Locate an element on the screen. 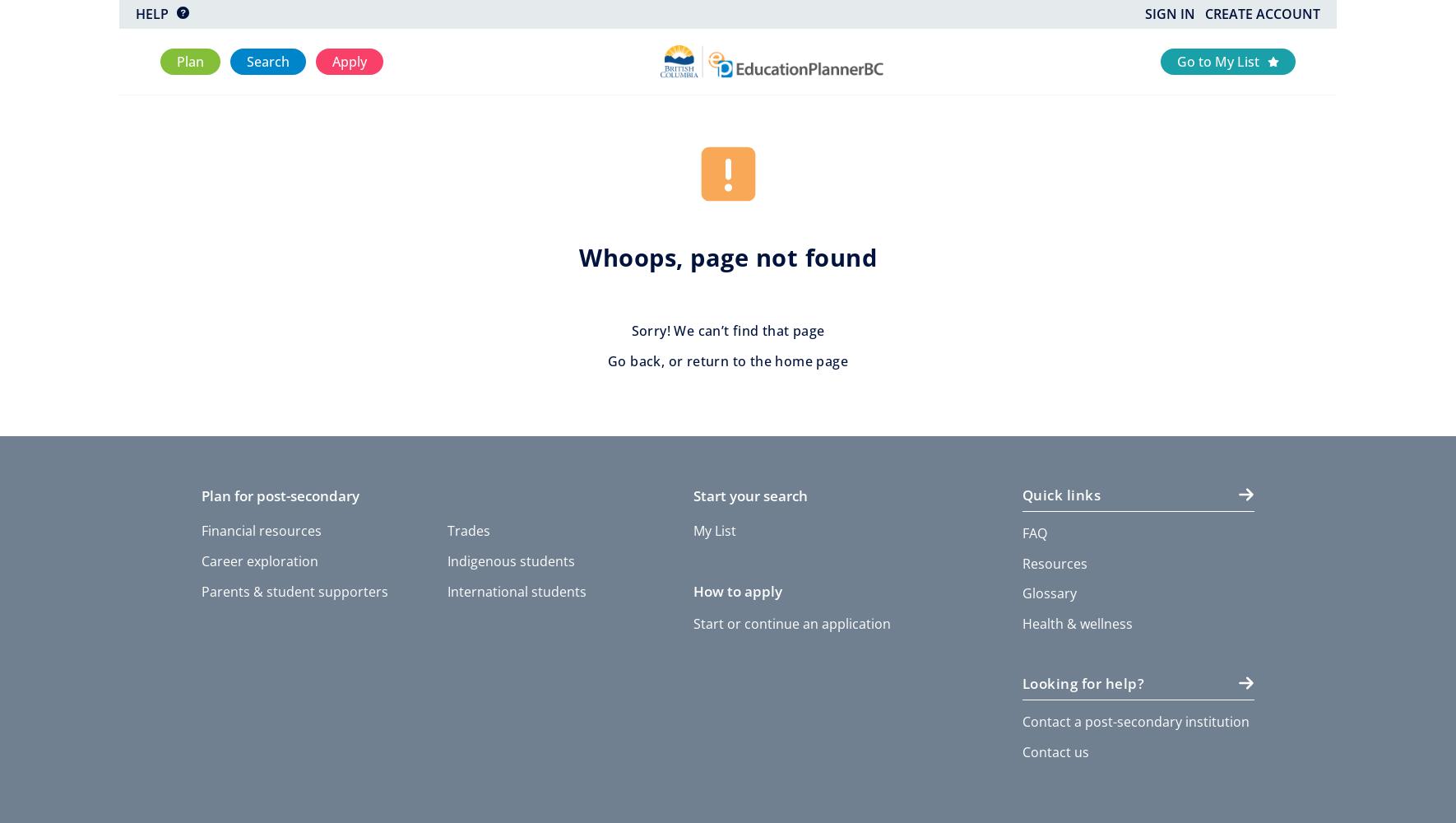 This screenshot has width=1456, height=823. 'Plan' is located at coordinates (190, 60).